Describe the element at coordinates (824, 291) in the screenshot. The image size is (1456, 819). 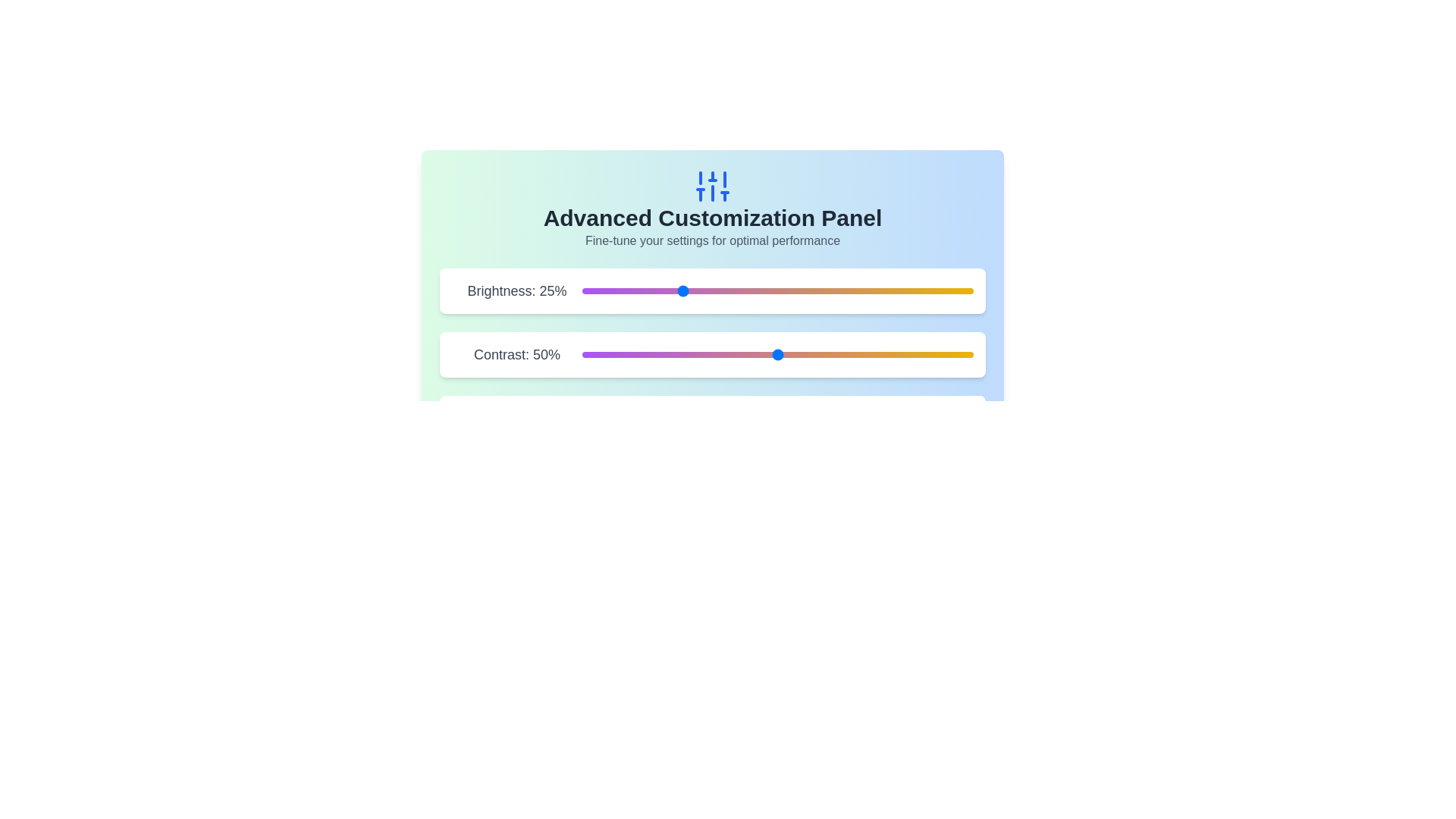
I see `the brightness slider to 62%` at that location.